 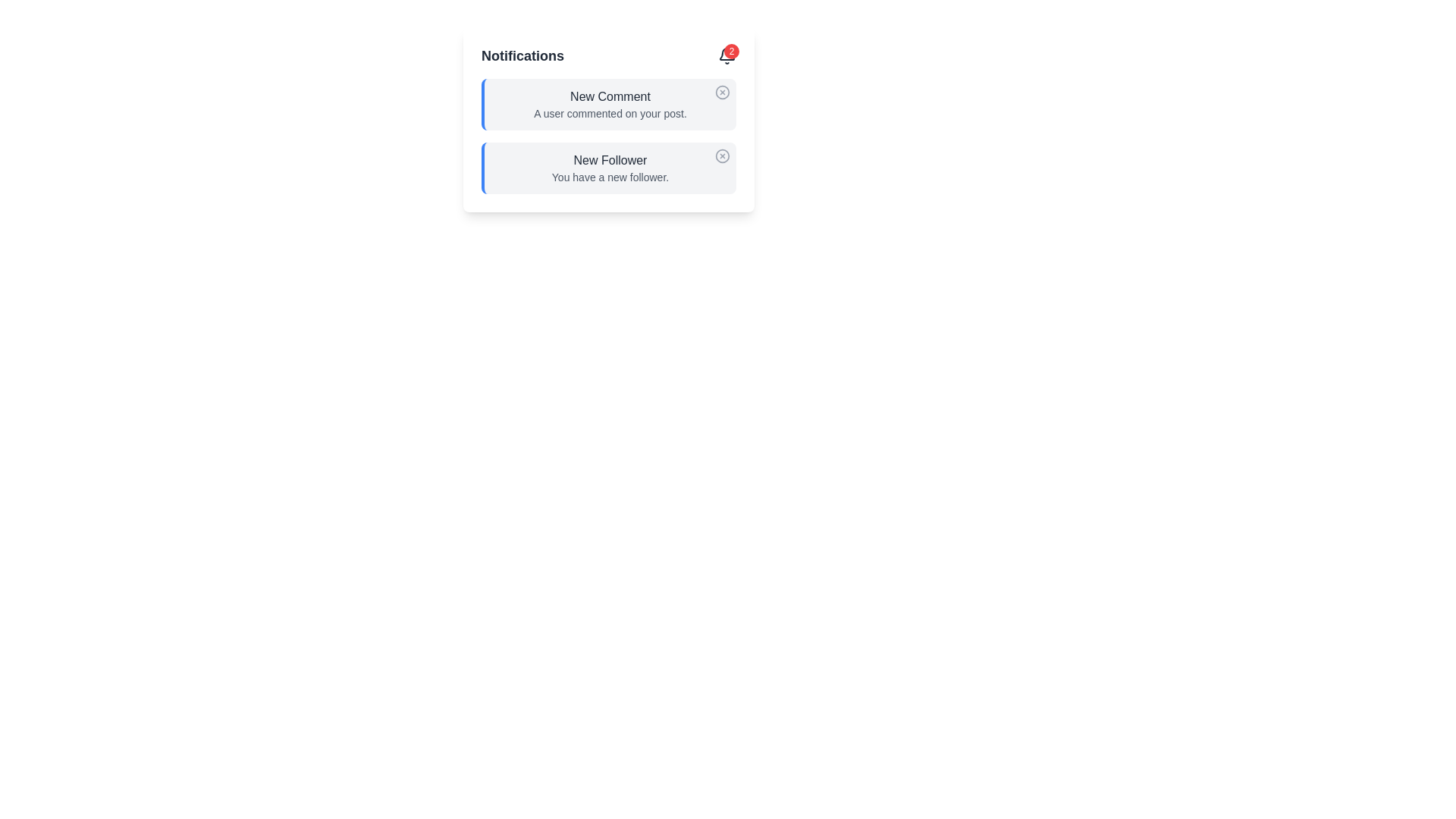 I want to click on the circular 'close' icon, so click(x=722, y=91).